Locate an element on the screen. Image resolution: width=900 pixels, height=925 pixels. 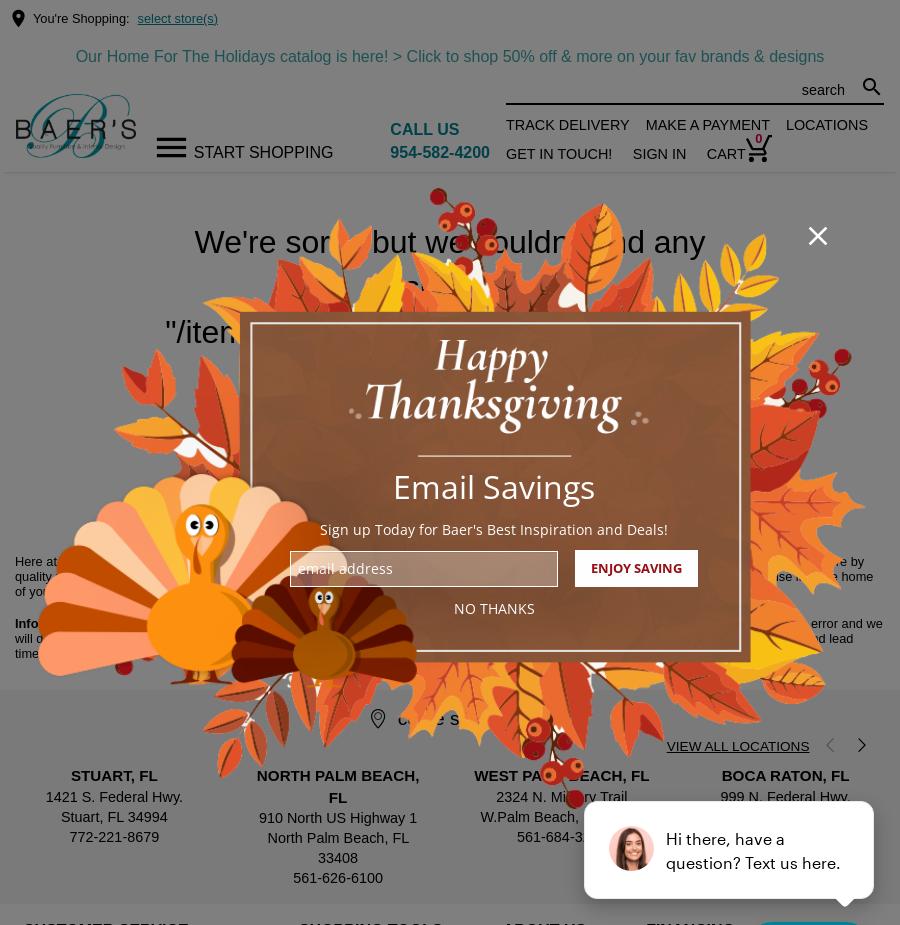
'Information Accuracy' is located at coordinates (79, 622).